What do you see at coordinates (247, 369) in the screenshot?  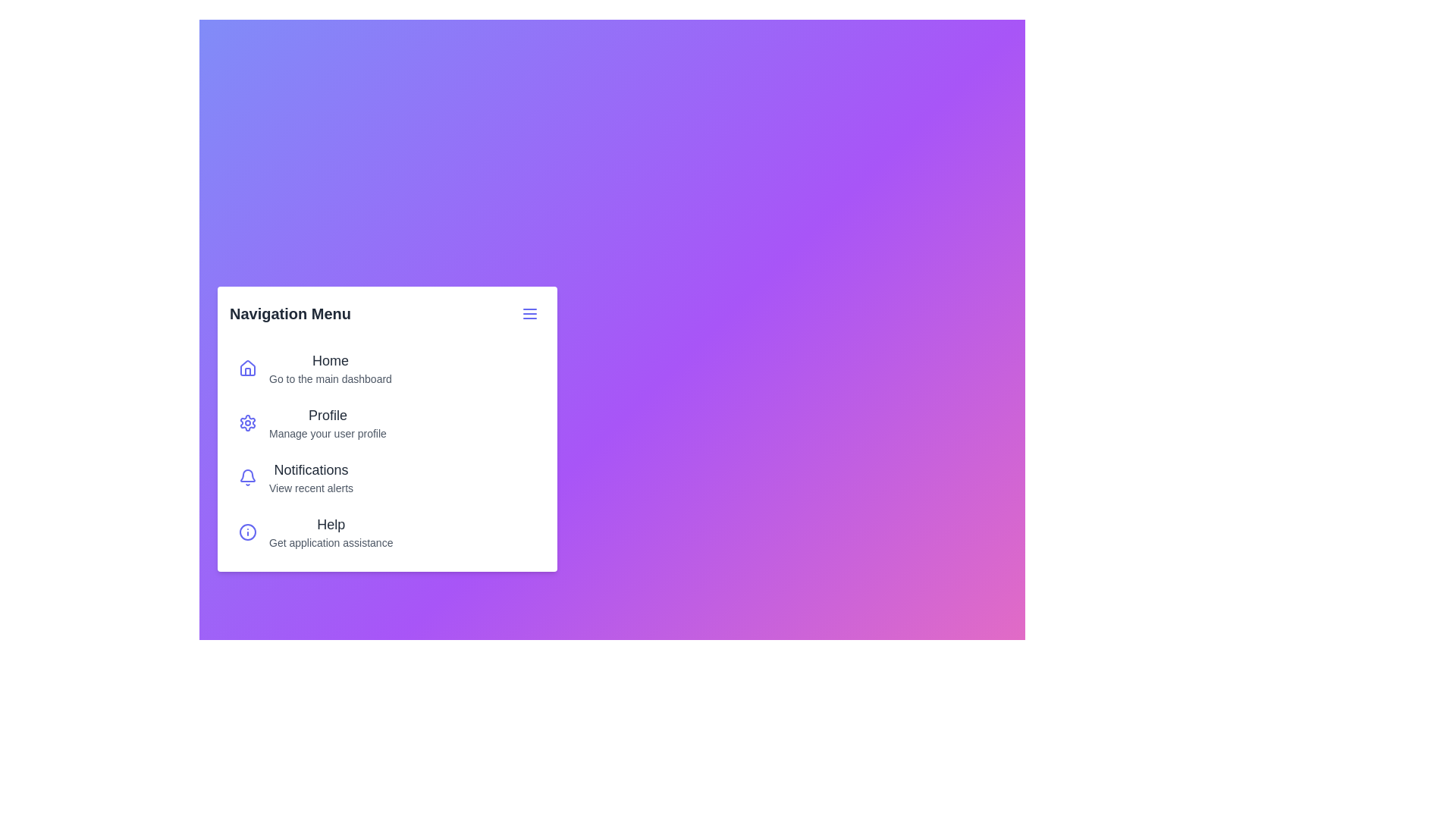 I see `the menu item labeled 'Home' to highlight it` at bounding box center [247, 369].